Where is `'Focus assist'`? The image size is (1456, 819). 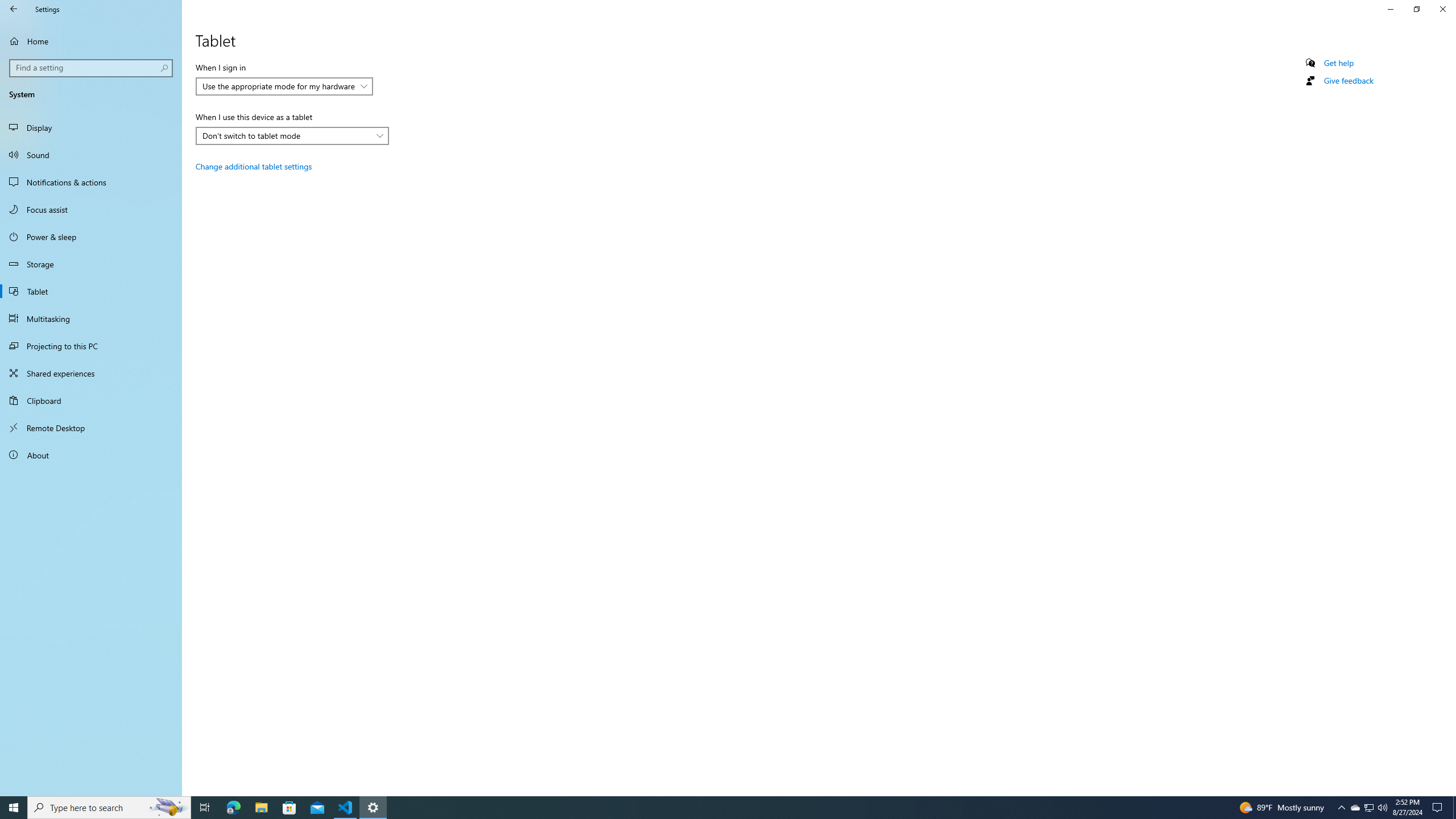
'Focus assist' is located at coordinates (90, 209).